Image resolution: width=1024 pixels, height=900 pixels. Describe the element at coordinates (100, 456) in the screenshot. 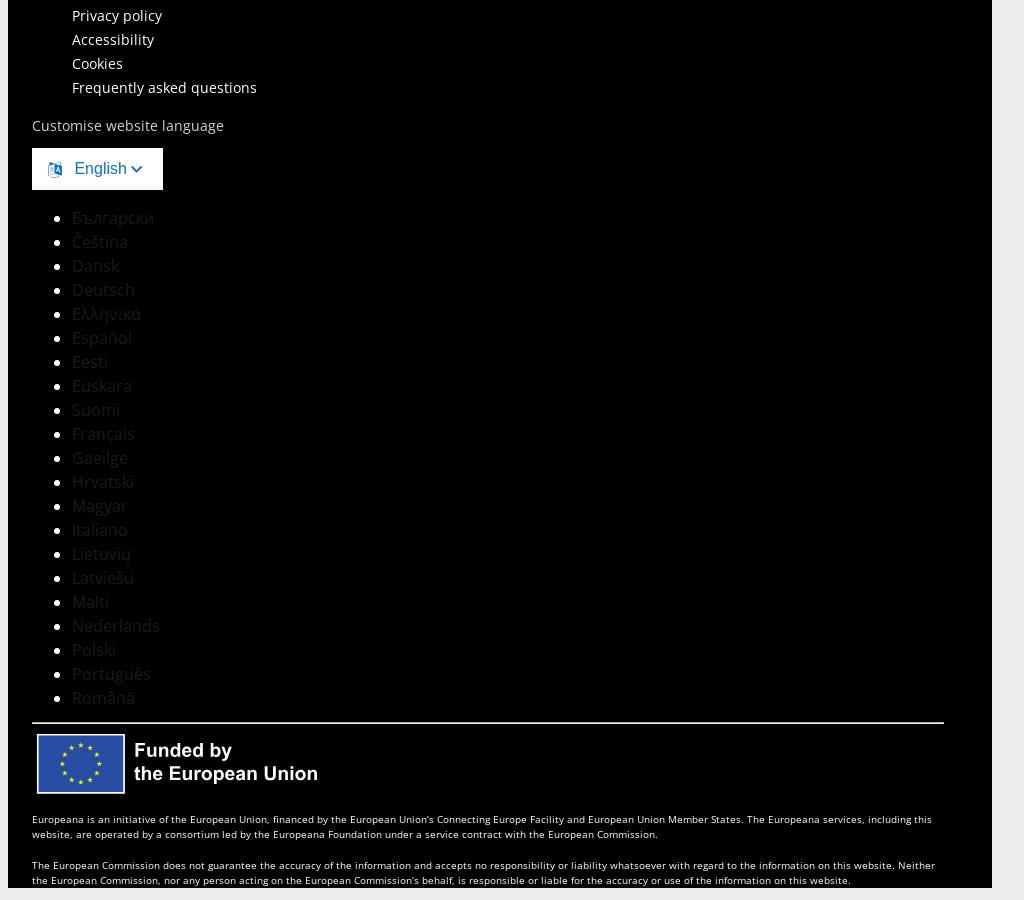

I see `'Gaeilge'` at that location.